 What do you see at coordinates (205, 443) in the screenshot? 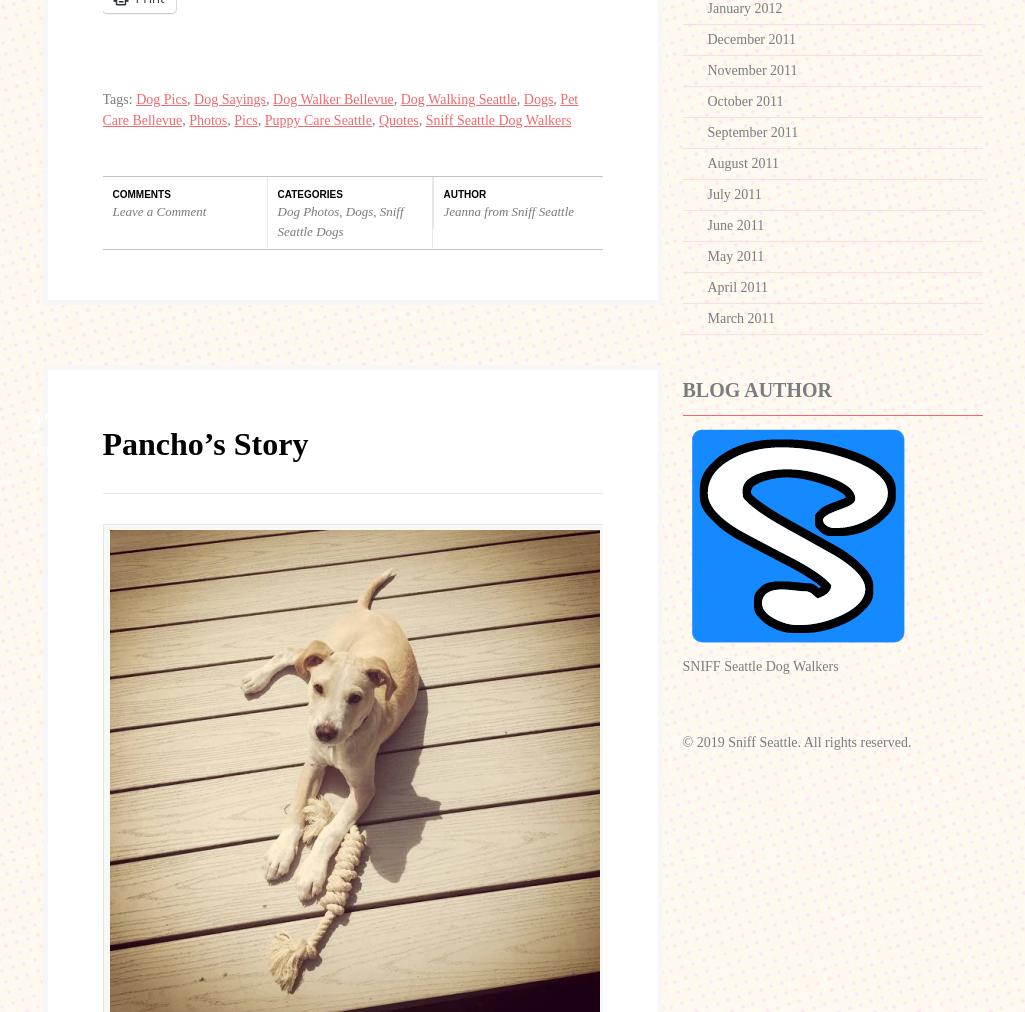
I see `'Pancho’s Story'` at bounding box center [205, 443].